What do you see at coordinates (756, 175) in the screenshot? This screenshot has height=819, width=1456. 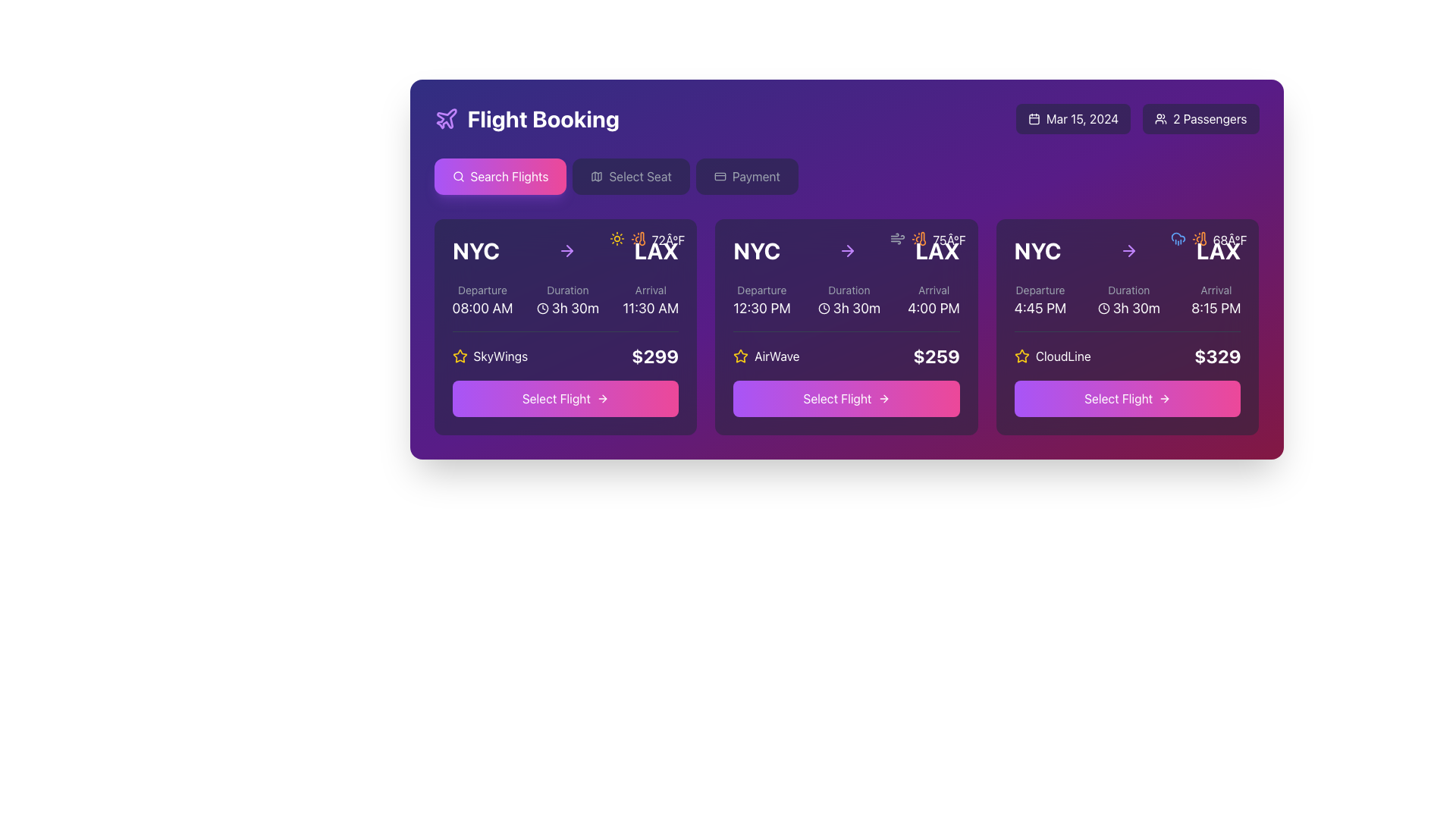 I see `the 'Payment' text label displayed in a light-colored font on a dark-purple rectangular button, located to the center-right of the interface` at bounding box center [756, 175].